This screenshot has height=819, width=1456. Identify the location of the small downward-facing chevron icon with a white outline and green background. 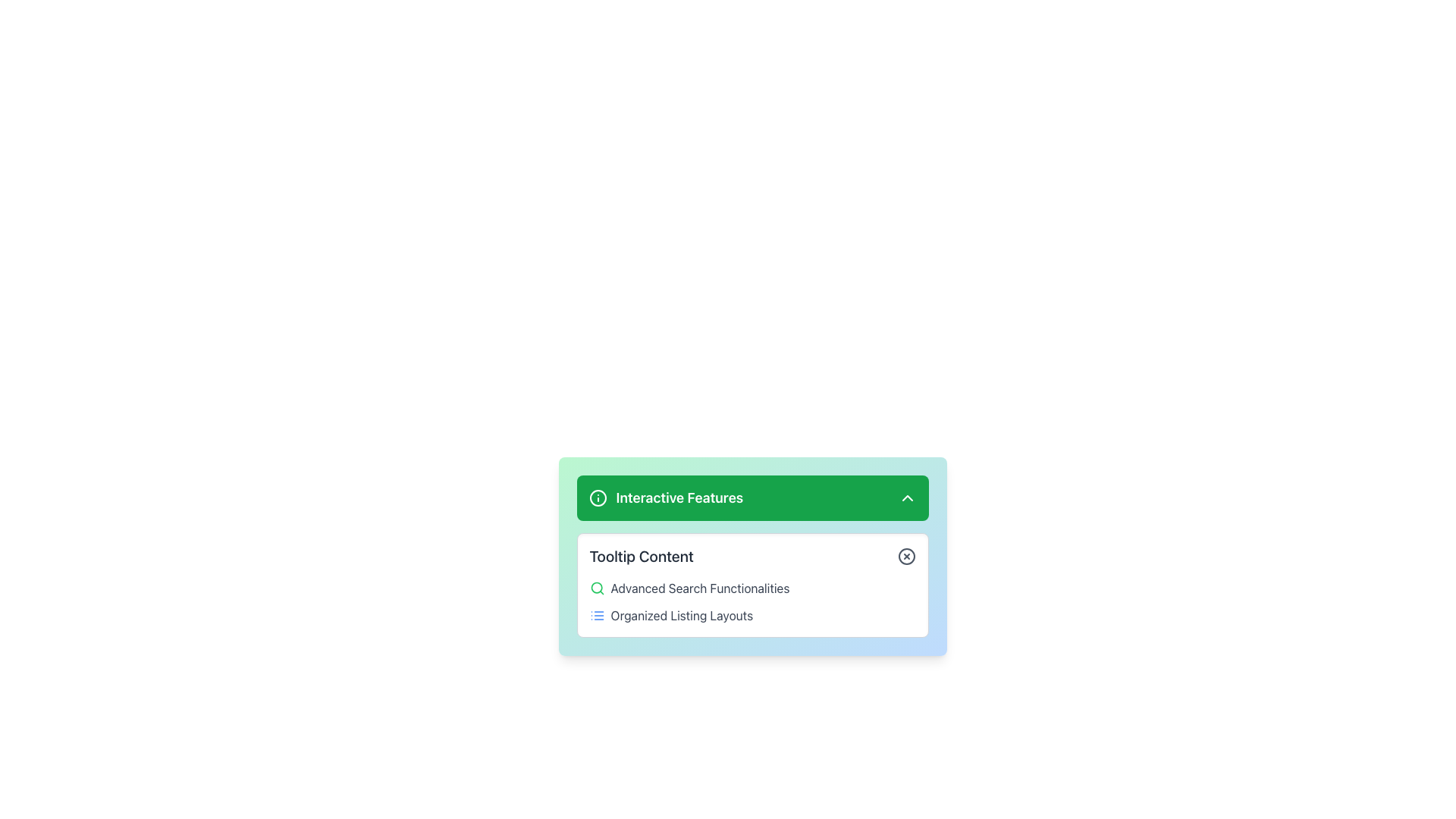
(907, 497).